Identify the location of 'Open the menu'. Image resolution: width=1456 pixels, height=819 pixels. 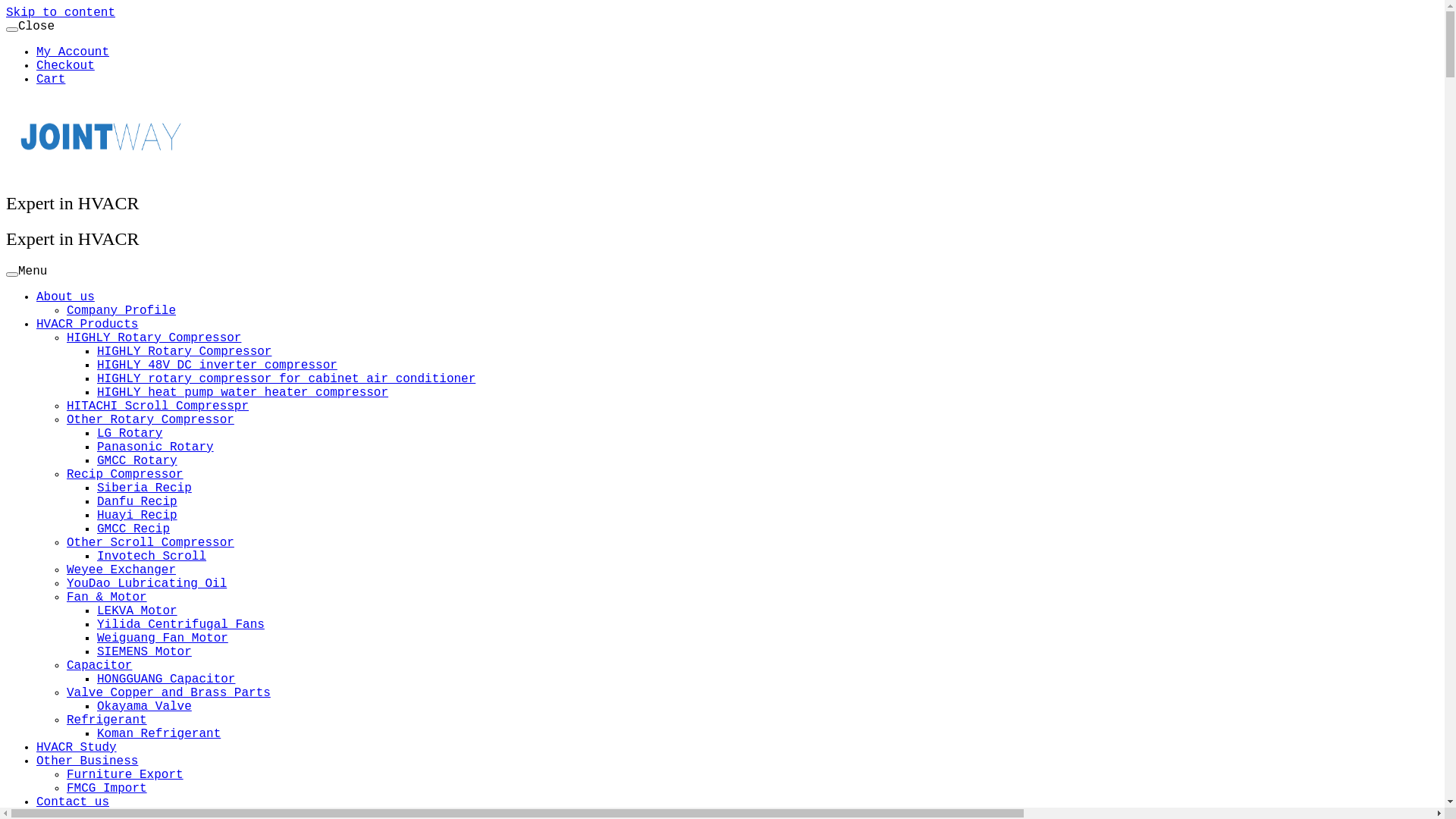
(11, 275).